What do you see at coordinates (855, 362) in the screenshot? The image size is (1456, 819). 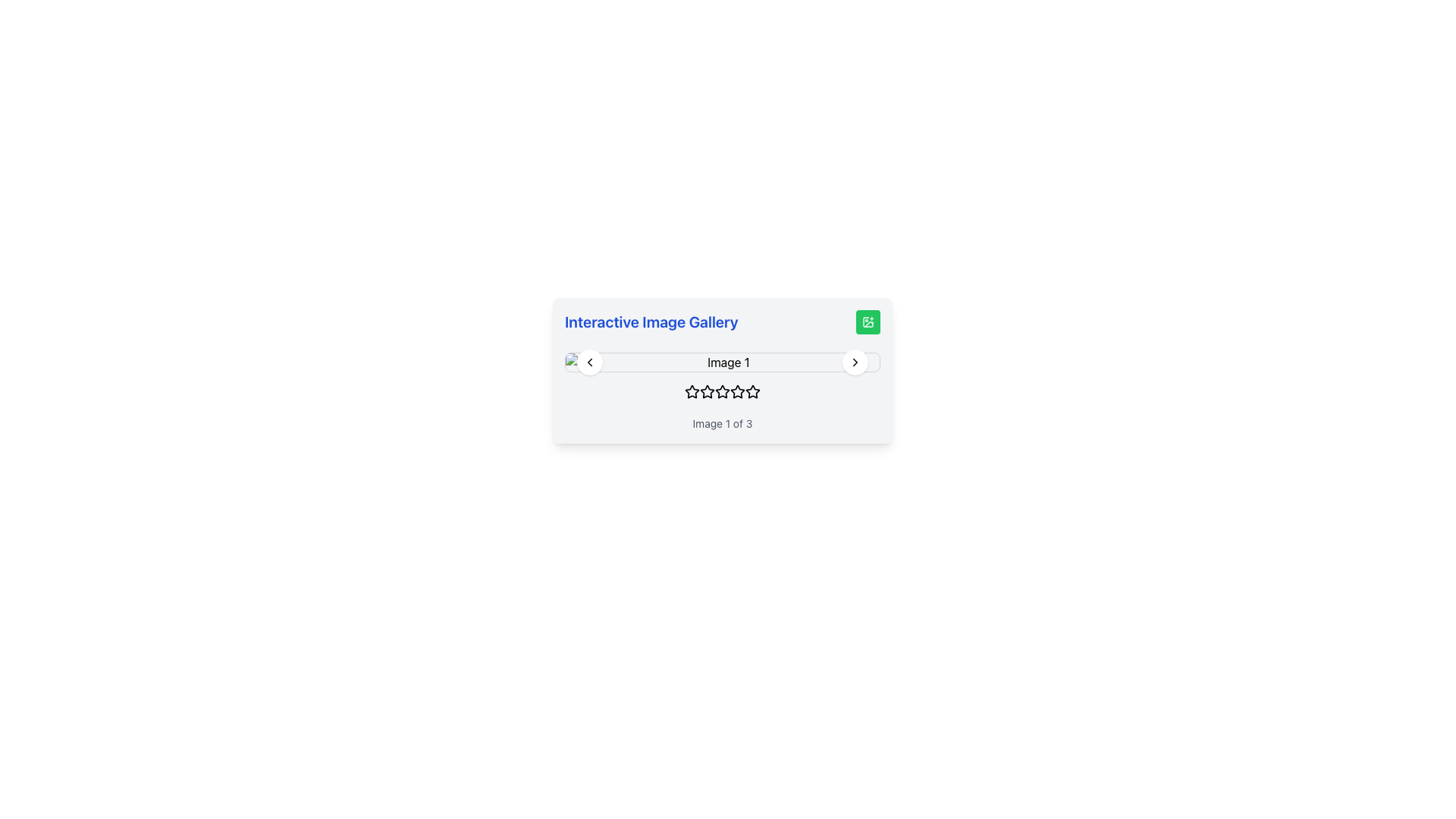 I see `the right-pointing chevron icon in the navigation control` at bounding box center [855, 362].